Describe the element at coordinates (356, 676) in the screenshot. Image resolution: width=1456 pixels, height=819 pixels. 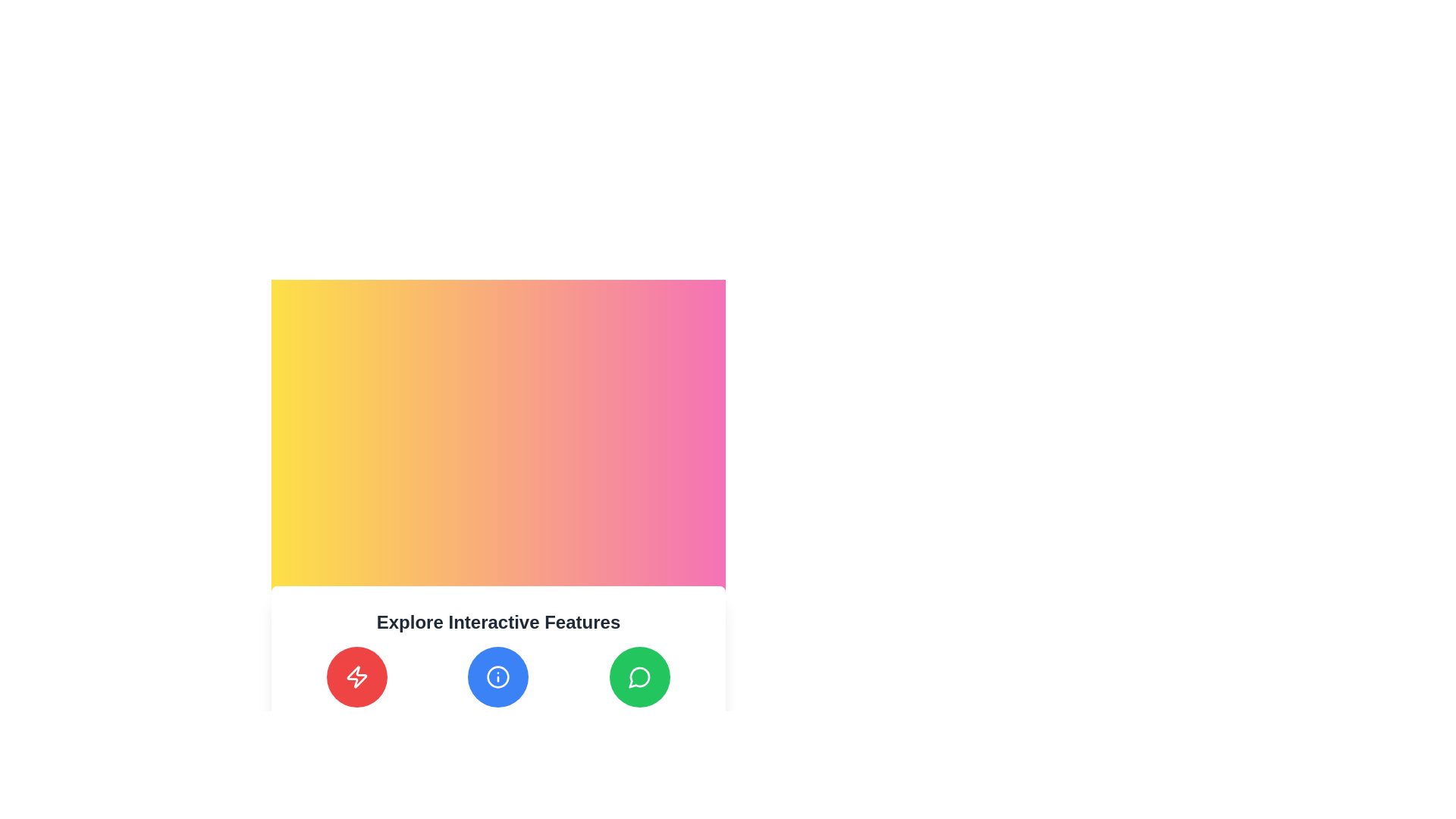
I see `the energy-related icon located in the lower-left corner of the red circular button under the 'Explore Interactive Features' label` at that location.